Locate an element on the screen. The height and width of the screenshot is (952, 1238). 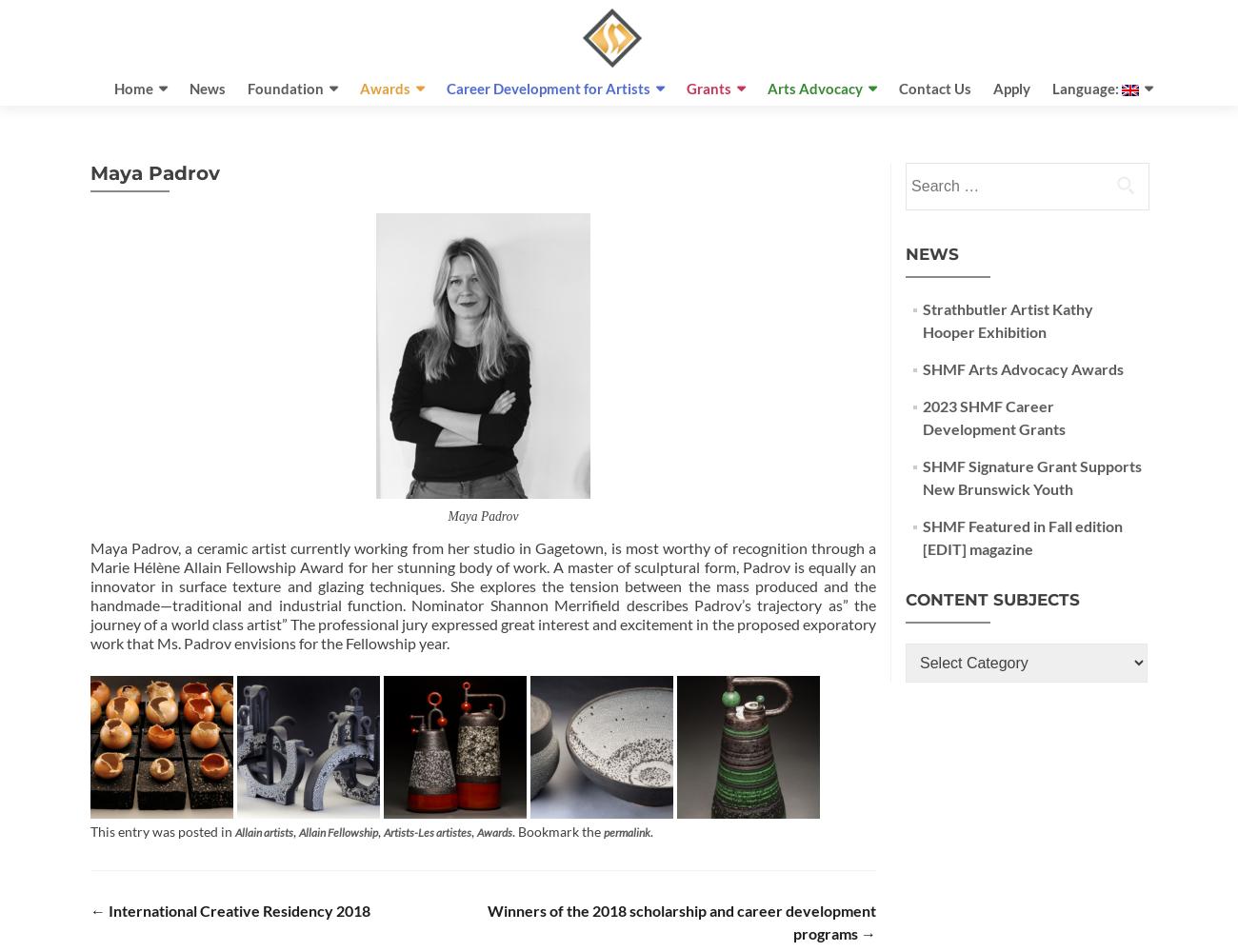
'Strathbutler Artist Kathy Hooper Exhibition' is located at coordinates (1007, 319).